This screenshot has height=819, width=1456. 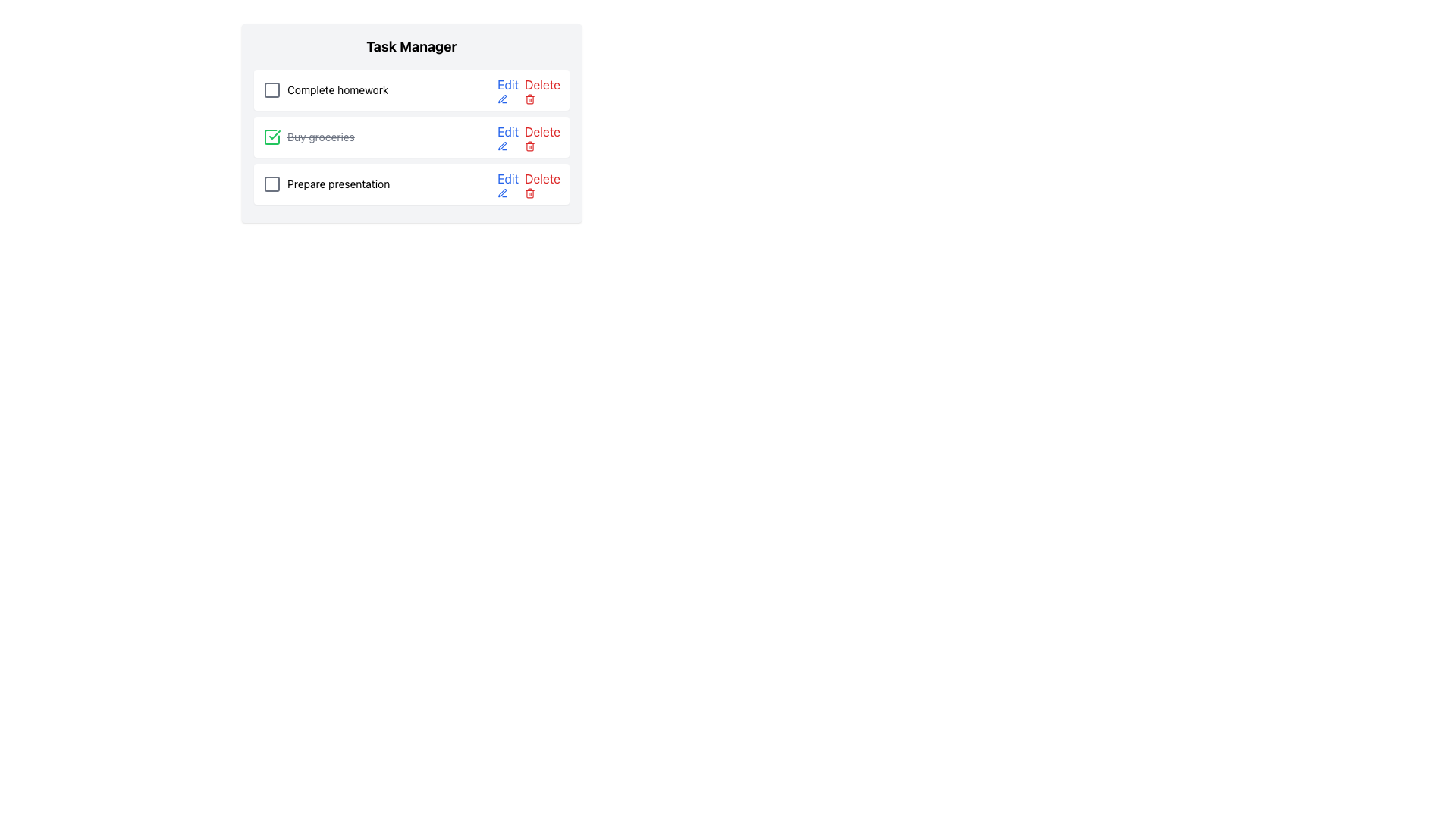 What do you see at coordinates (542, 184) in the screenshot?
I see `the 'Delete' button, which is styled in red with an underlined hover effect` at bounding box center [542, 184].